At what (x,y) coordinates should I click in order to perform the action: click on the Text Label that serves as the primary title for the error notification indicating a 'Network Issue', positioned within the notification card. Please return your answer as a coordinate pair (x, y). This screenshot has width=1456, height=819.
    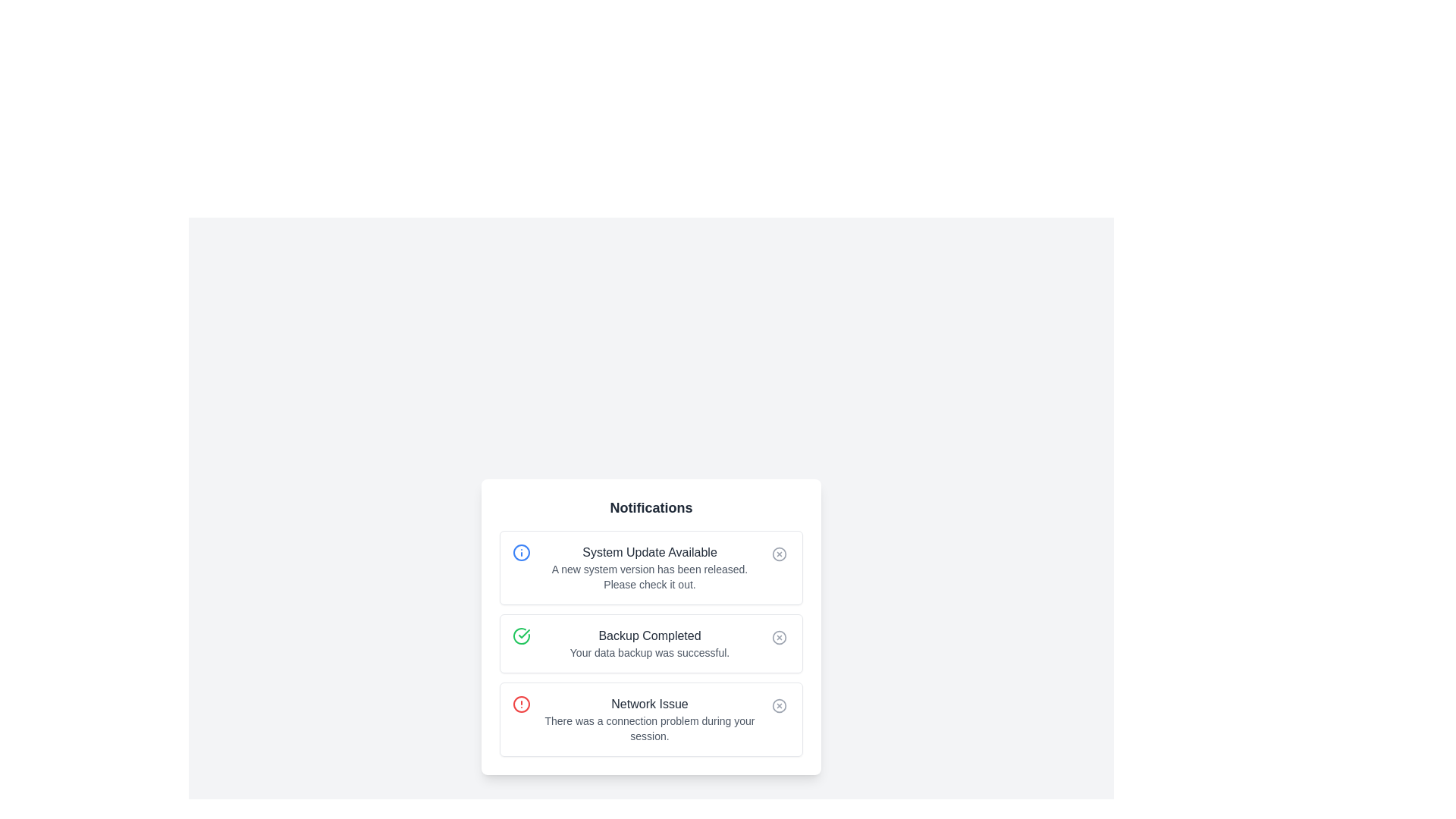
    Looking at the image, I should click on (650, 704).